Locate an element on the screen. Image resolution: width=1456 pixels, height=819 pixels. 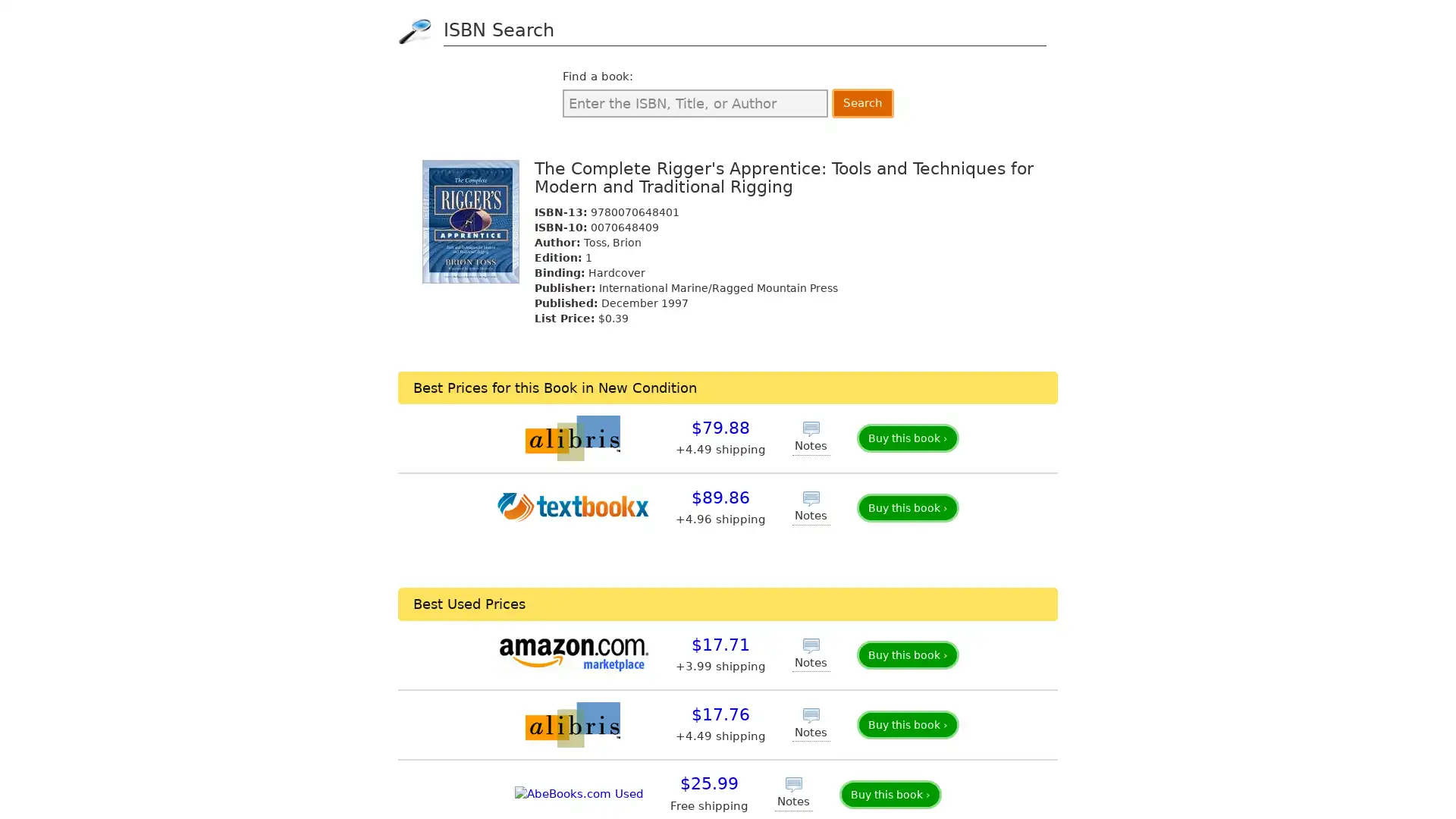
Search is located at coordinates (862, 102).